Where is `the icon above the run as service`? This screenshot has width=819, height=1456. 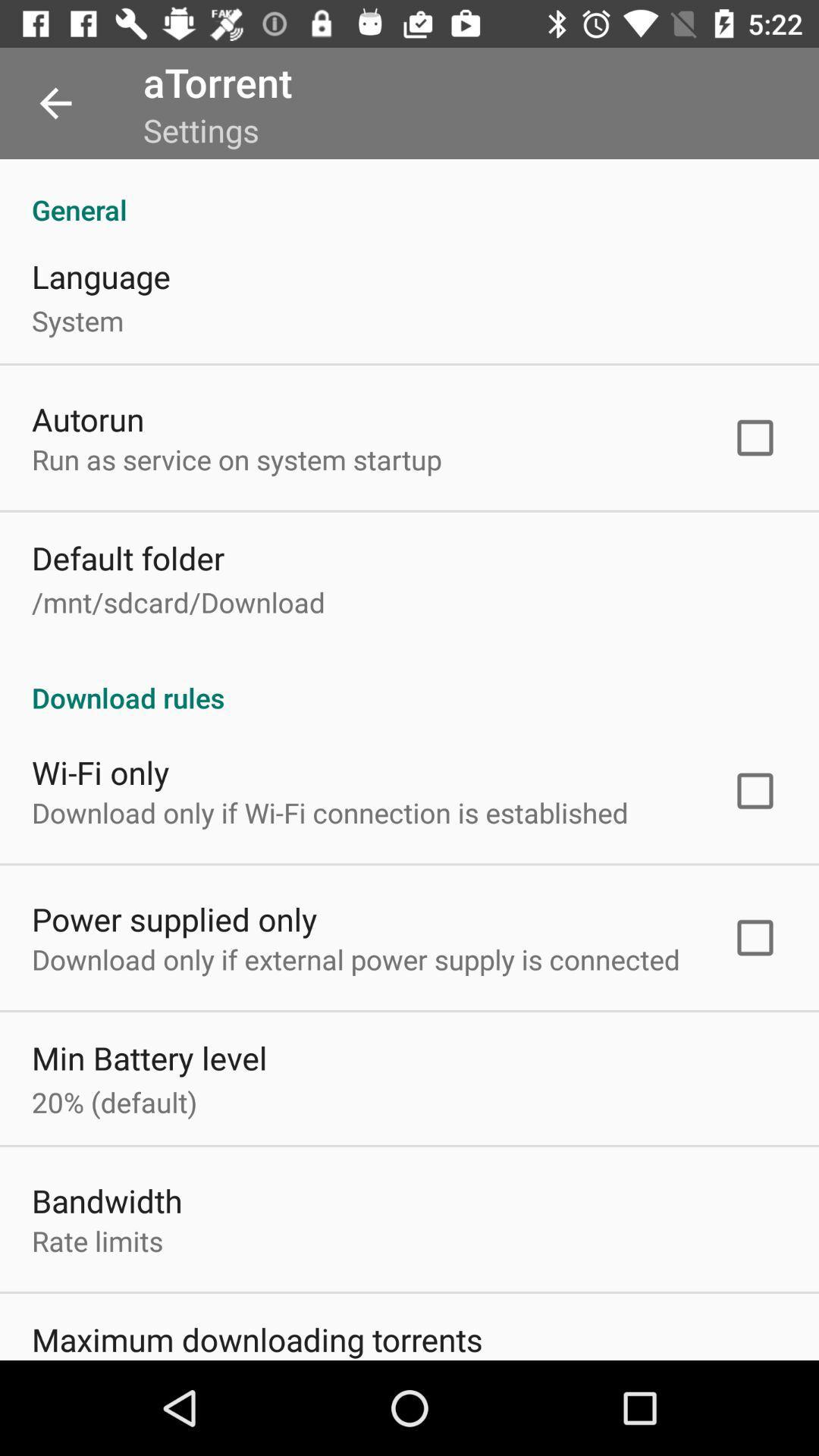
the icon above the run as service is located at coordinates (88, 419).